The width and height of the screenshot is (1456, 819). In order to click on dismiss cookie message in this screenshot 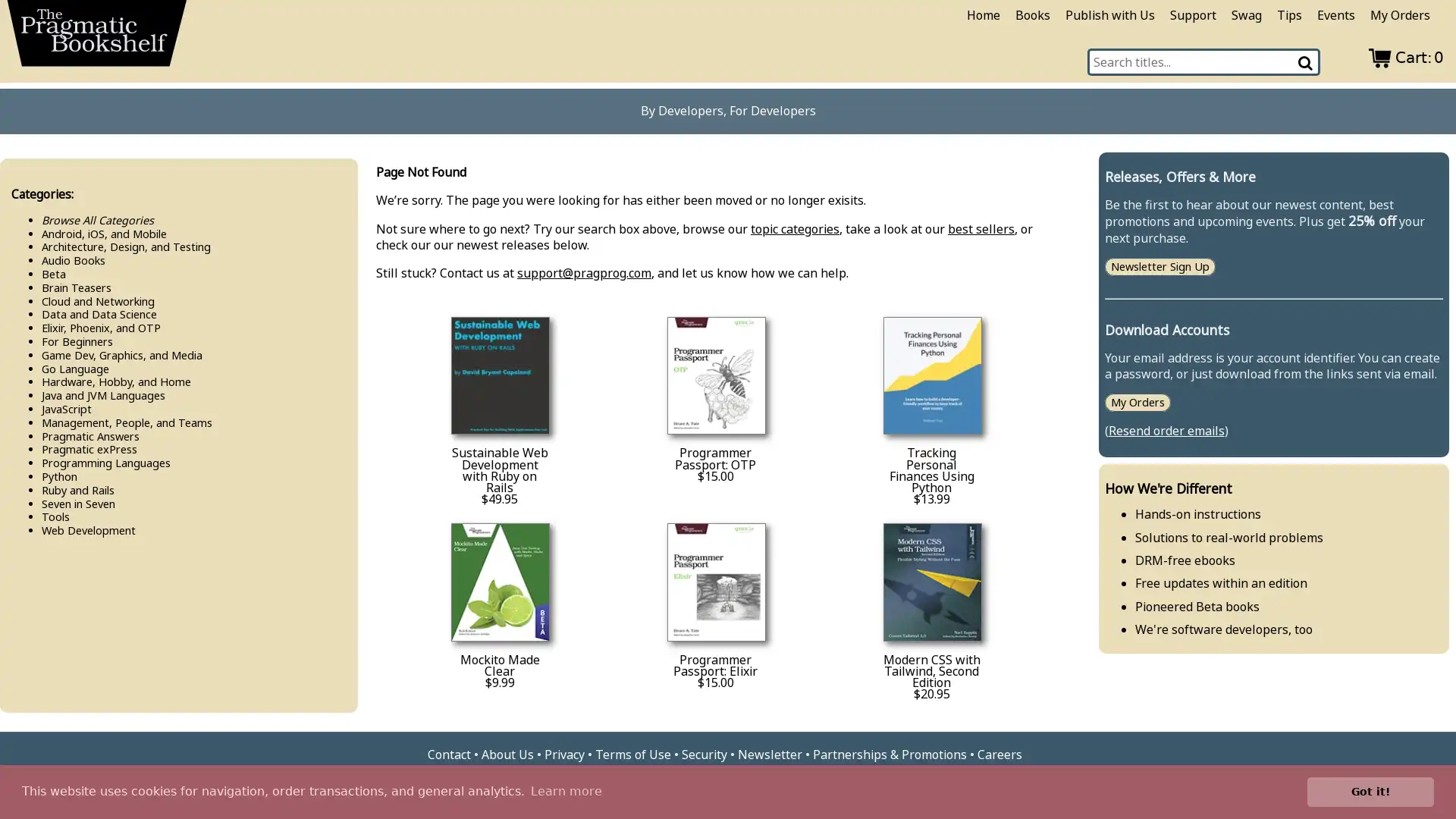, I will do `click(1370, 791)`.